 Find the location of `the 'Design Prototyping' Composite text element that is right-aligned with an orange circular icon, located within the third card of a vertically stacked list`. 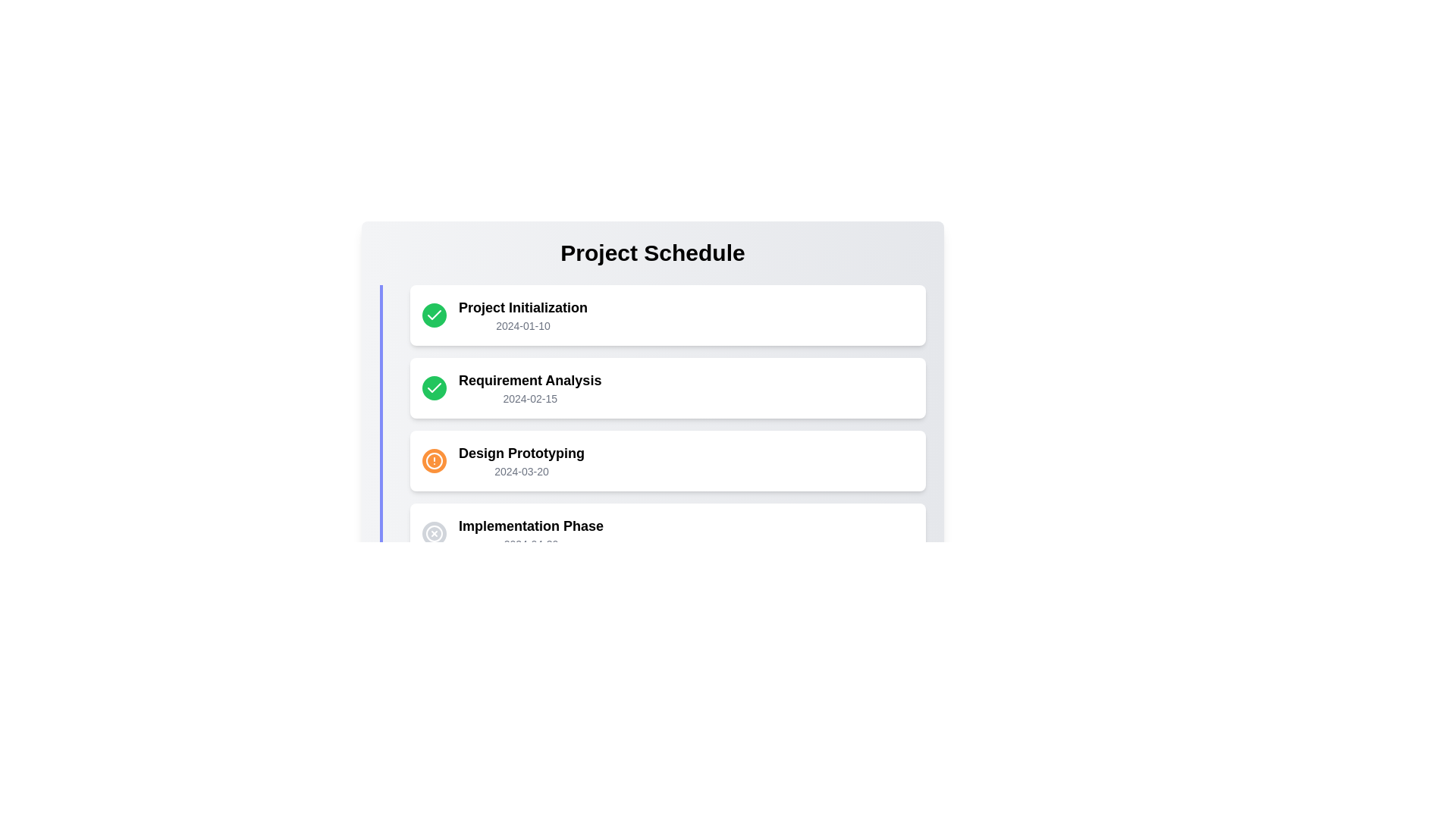

the 'Design Prototyping' Composite text element that is right-aligned with an orange circular icon, located within the third card of a vertically stacked list is located at coordinates (521, 460).